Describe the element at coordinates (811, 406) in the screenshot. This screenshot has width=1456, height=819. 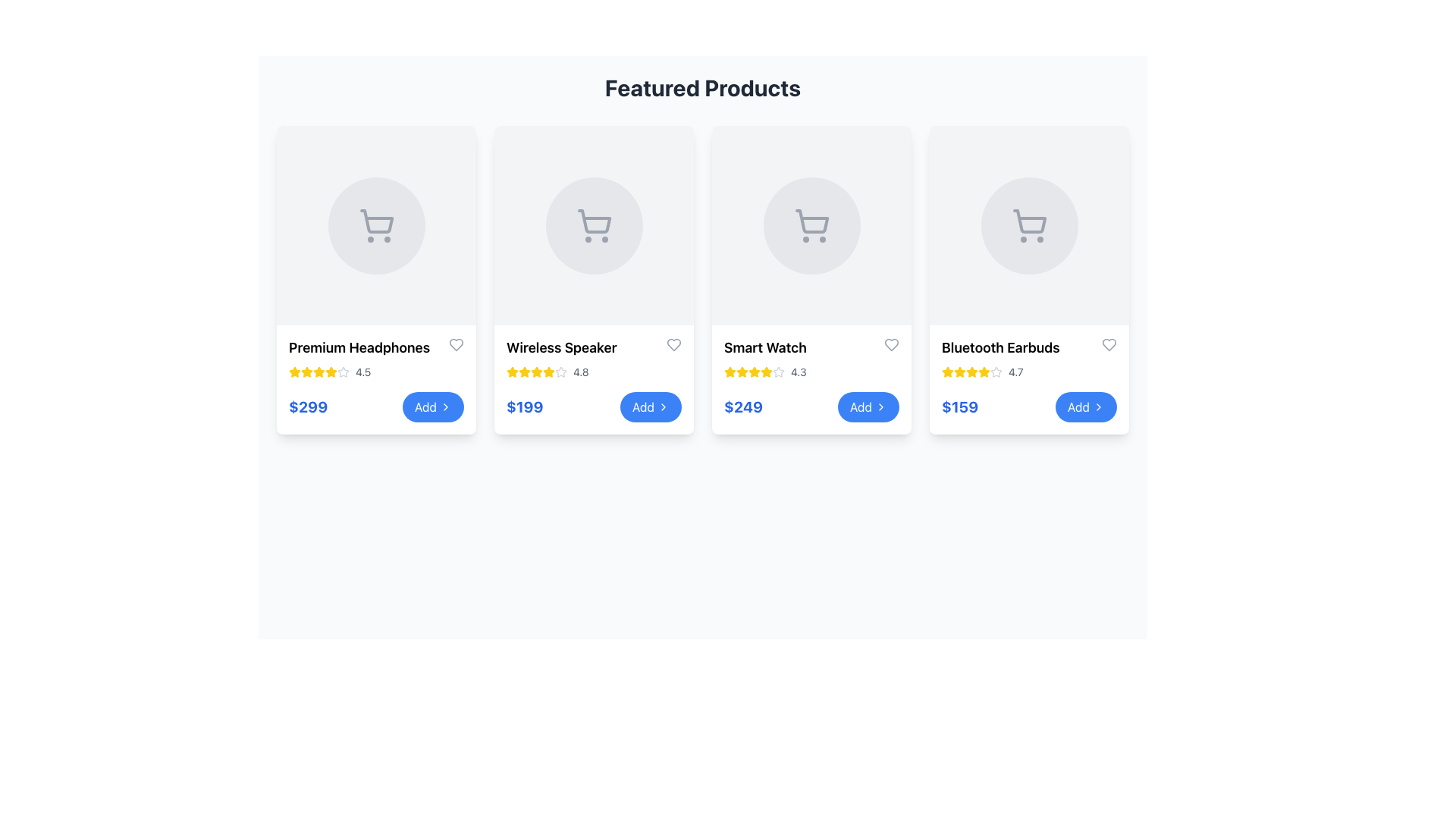
I see `the 'Add' button for the 'Smart Watch' product in the third product card` at that location.